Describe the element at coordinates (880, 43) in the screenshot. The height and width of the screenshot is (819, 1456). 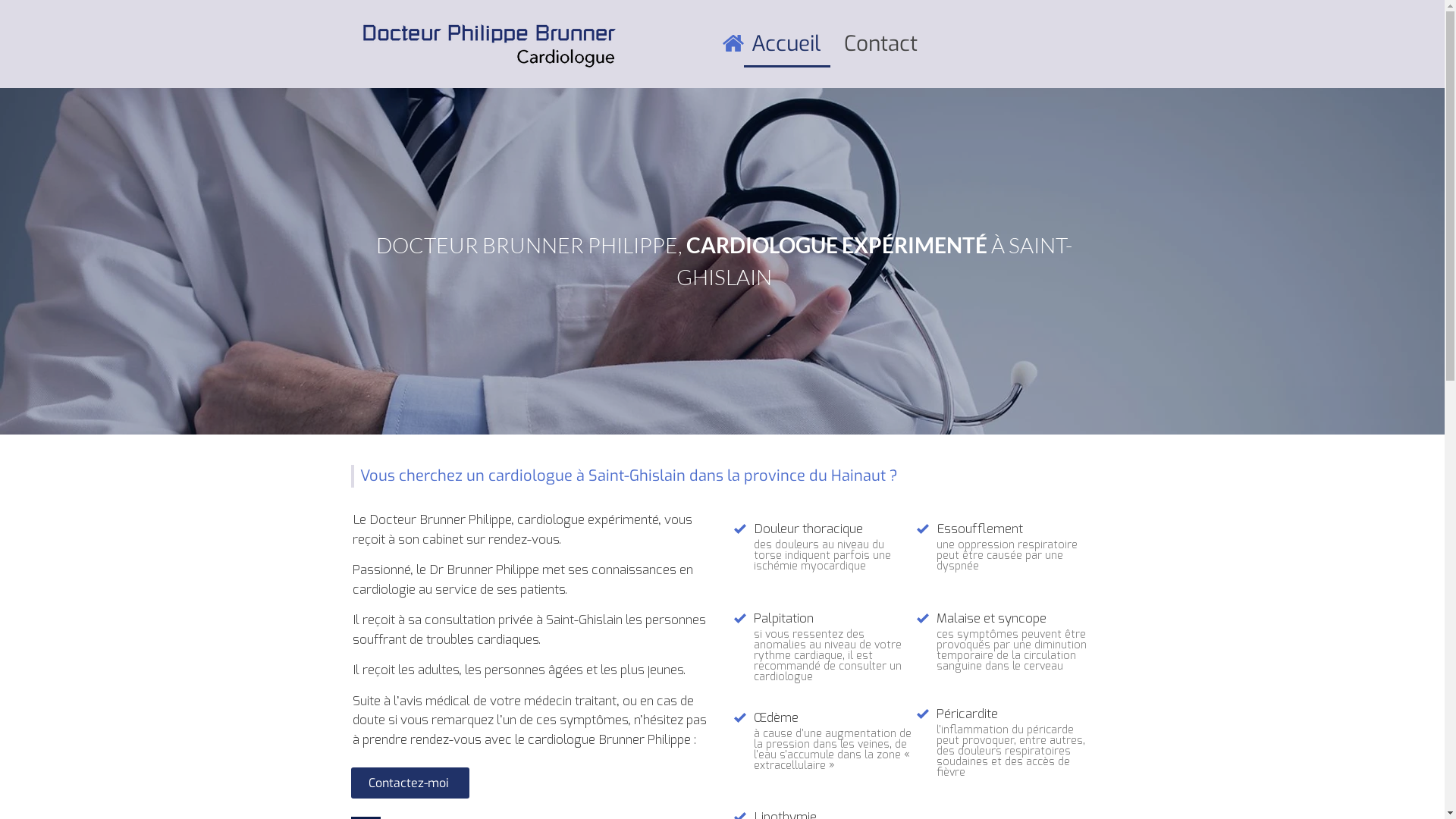
I see `'Contact'` at that location.